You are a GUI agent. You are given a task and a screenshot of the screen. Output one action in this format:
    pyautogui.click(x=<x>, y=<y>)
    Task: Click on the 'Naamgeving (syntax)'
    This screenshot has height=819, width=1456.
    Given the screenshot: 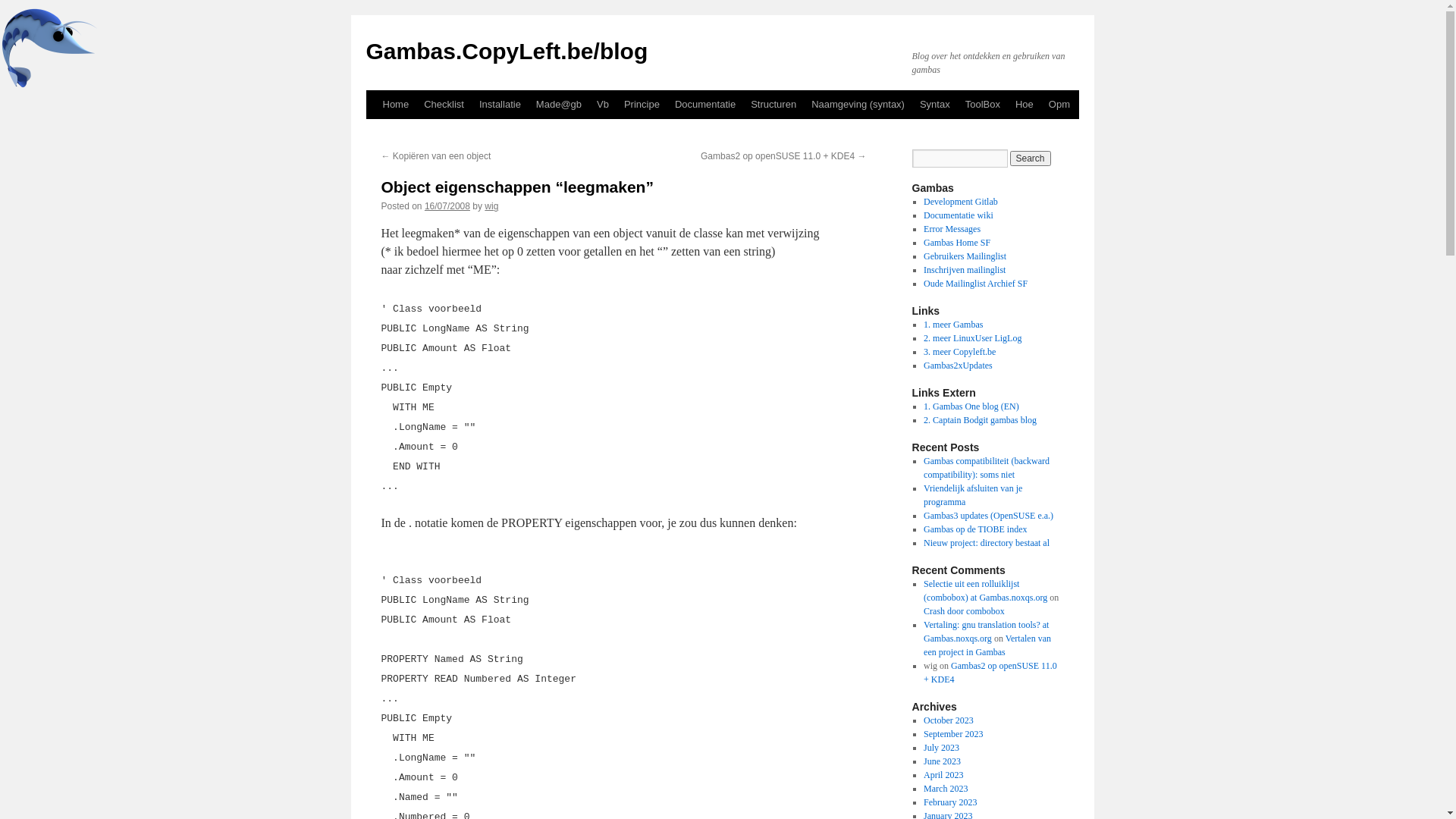 What is the action you would take?
    pyautogui.click(x=803, y=104)
    